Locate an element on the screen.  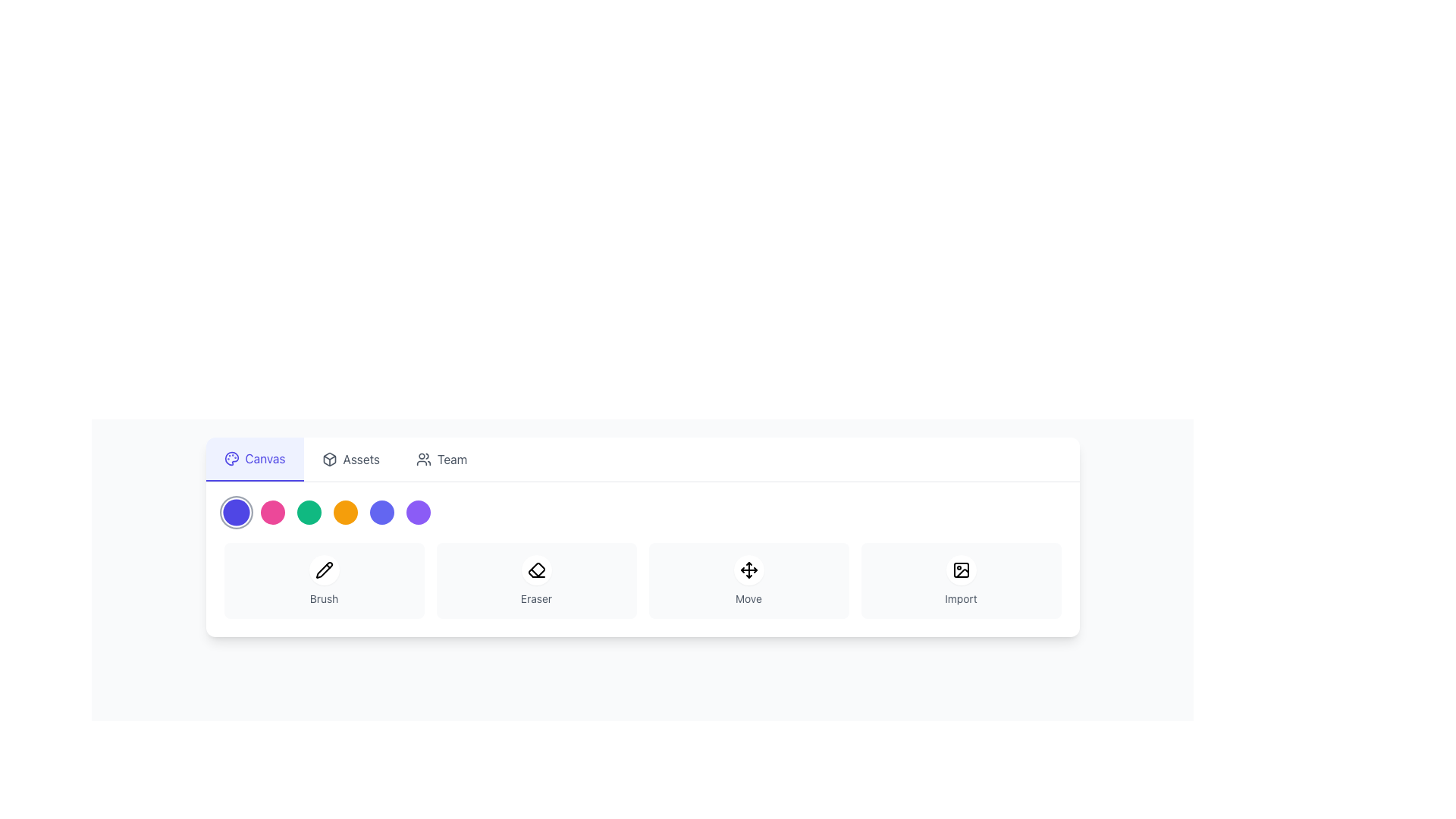
the circular magenta button located between a blue button and a green button in the lower section of the interface is located at coordinates (272, 512).